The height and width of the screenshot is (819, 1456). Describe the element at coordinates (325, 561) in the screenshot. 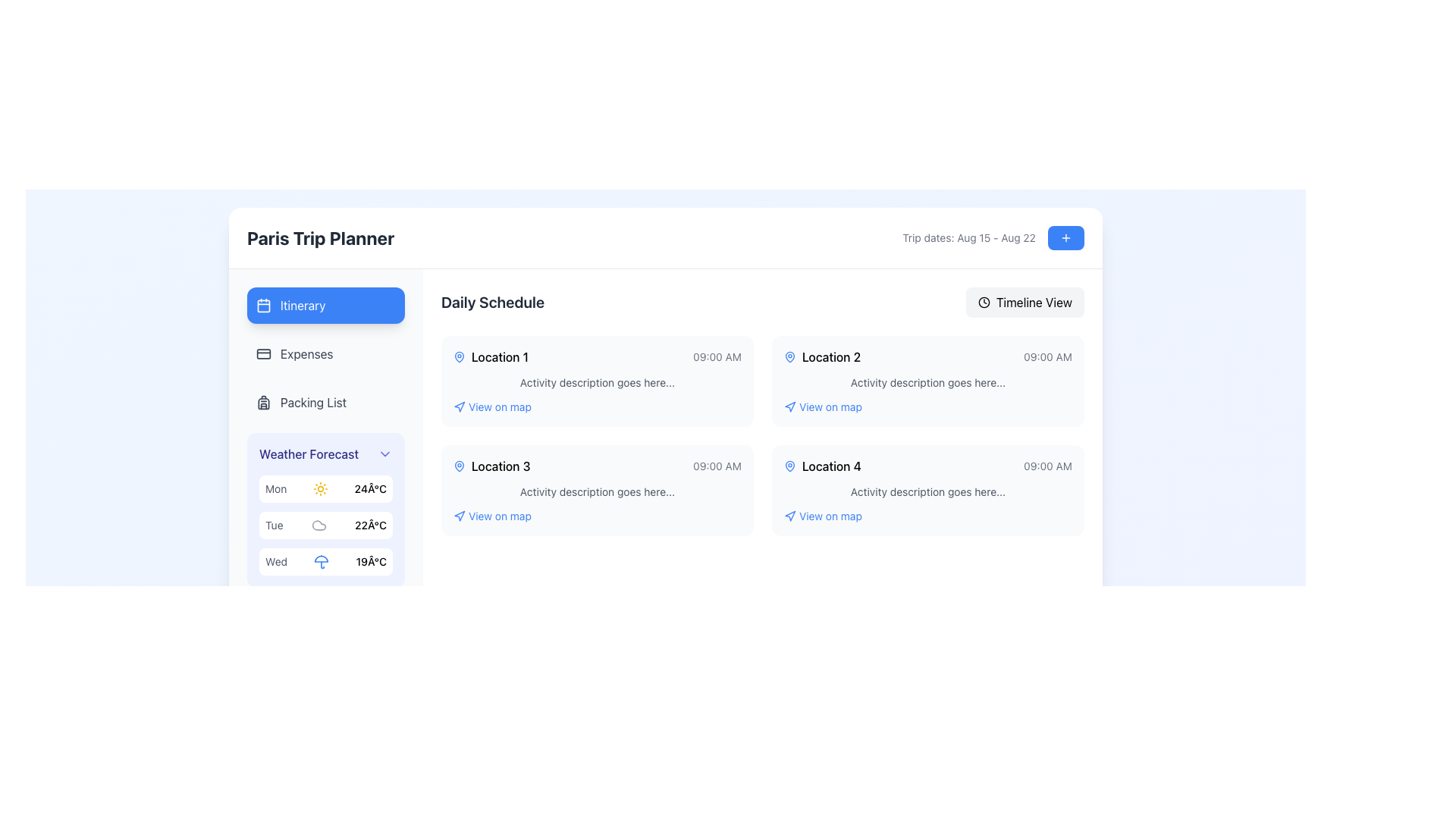

I see `the weather forecast display card for Wednesday, which features 'Wed' in gray text, a blue umbrella icon, and '19°C' in bold on the right` at that location.